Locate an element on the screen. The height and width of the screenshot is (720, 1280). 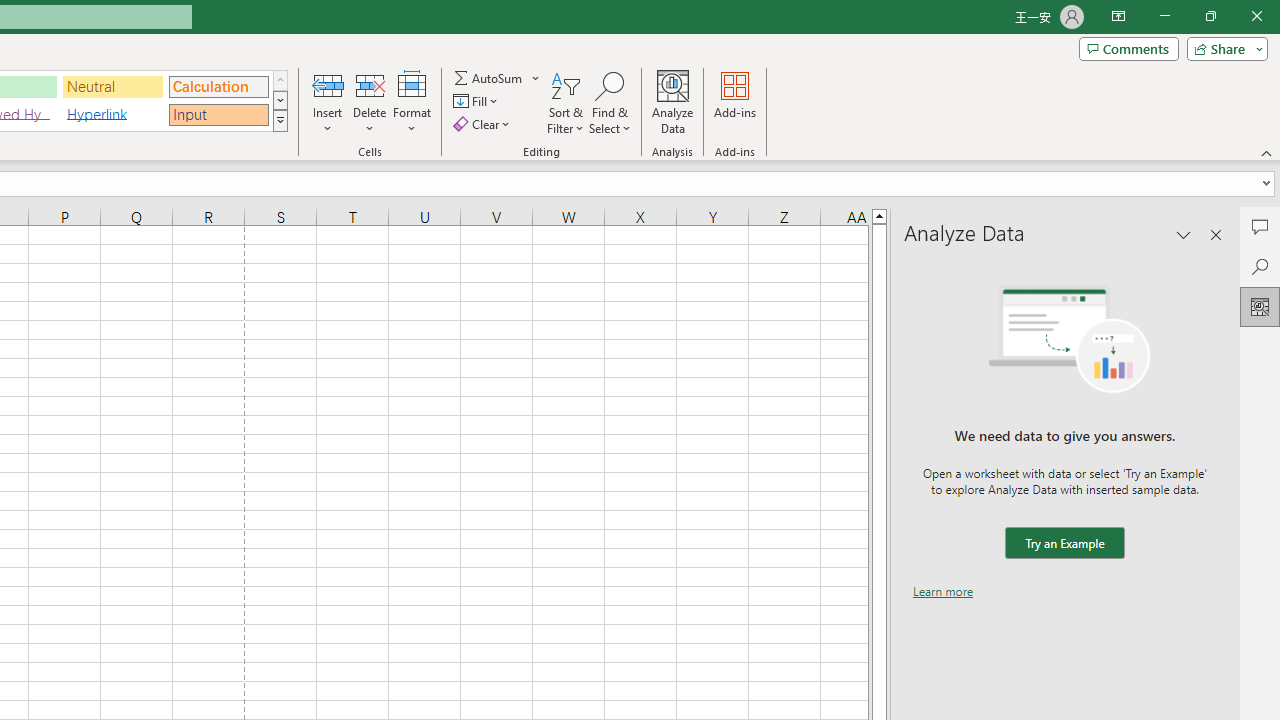
'Neutral' is located at coordinates (112, 85).